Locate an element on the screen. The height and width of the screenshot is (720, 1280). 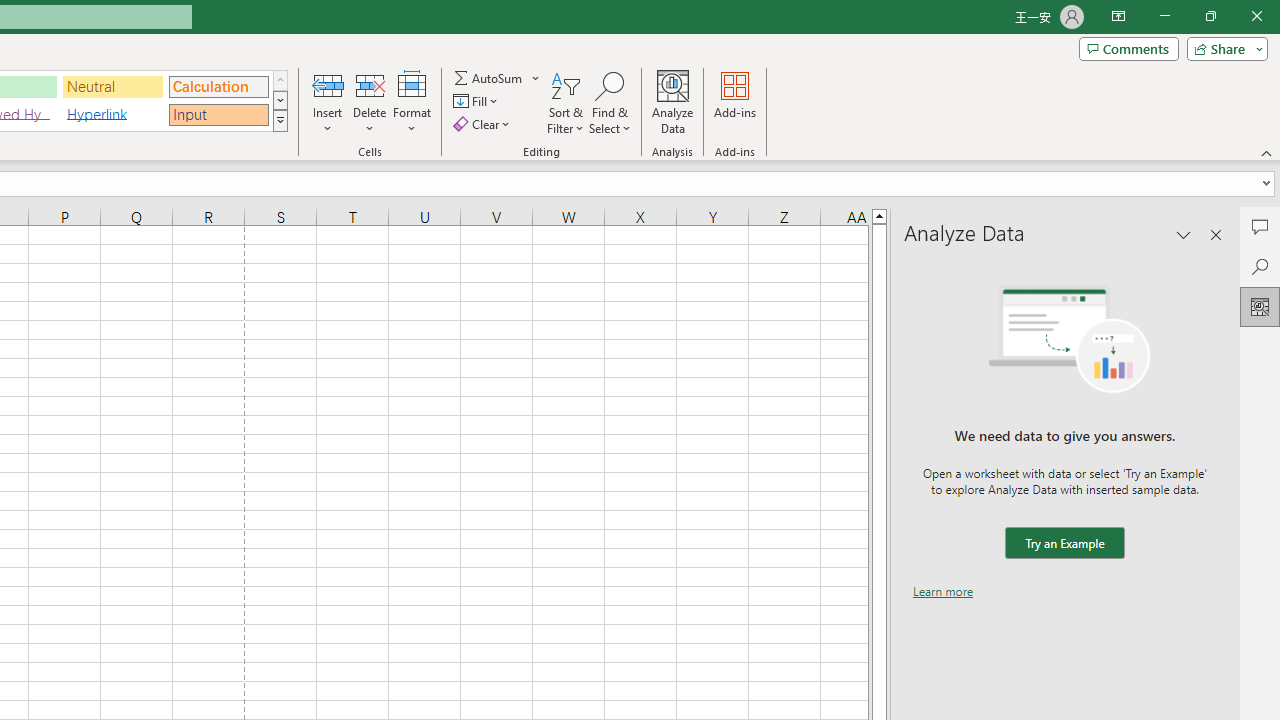
'Neutral' is located at coordinates (112, 85).